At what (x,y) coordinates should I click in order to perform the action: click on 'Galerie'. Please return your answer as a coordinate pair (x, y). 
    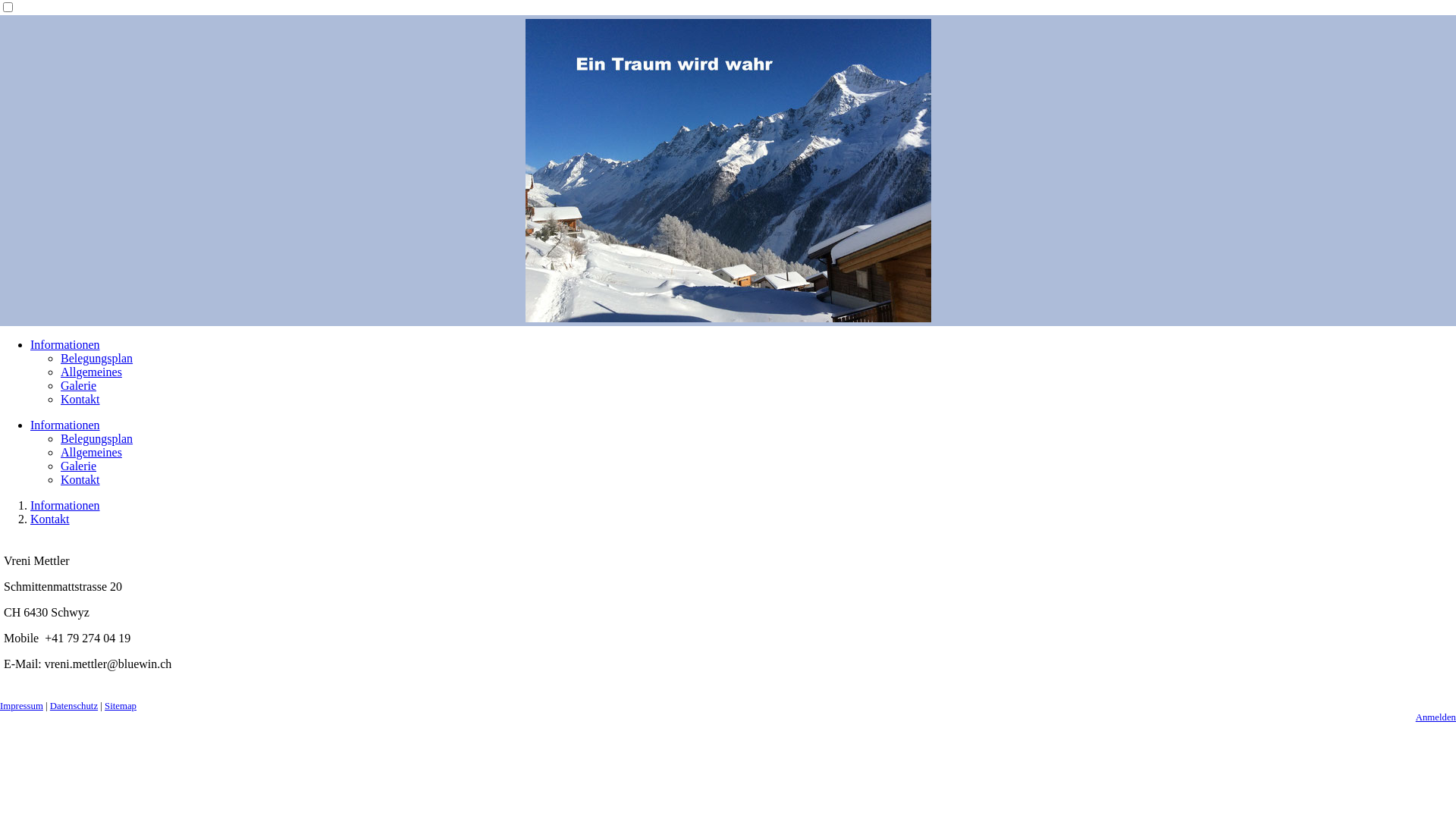
    Looking at the image, I should click on (77, 384).